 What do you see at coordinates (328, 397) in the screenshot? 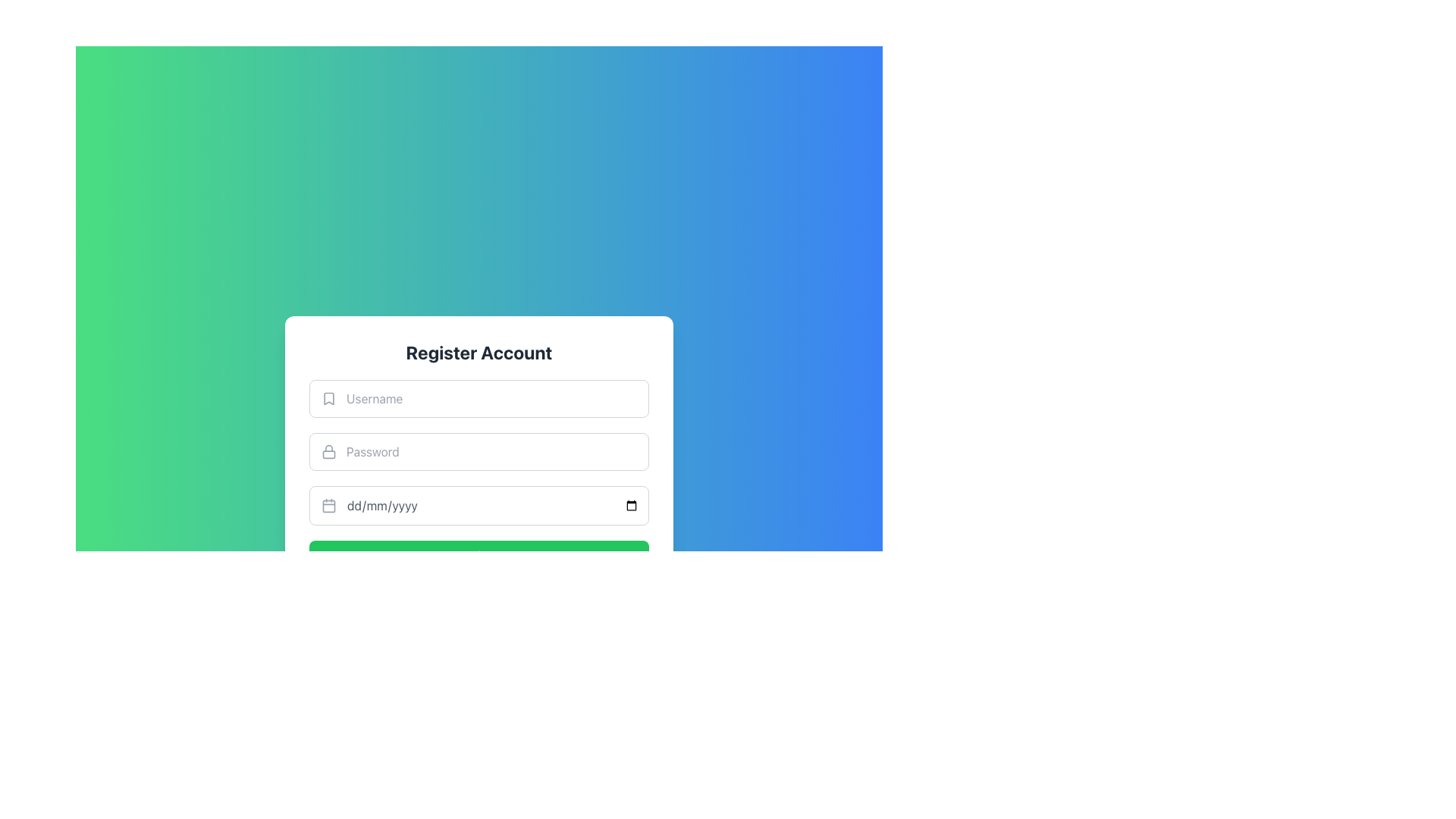
I see `the bookmark icon located within the username input field, aligned to the left side of the field, just before the placeholder text` at bounding box center [328, 397].